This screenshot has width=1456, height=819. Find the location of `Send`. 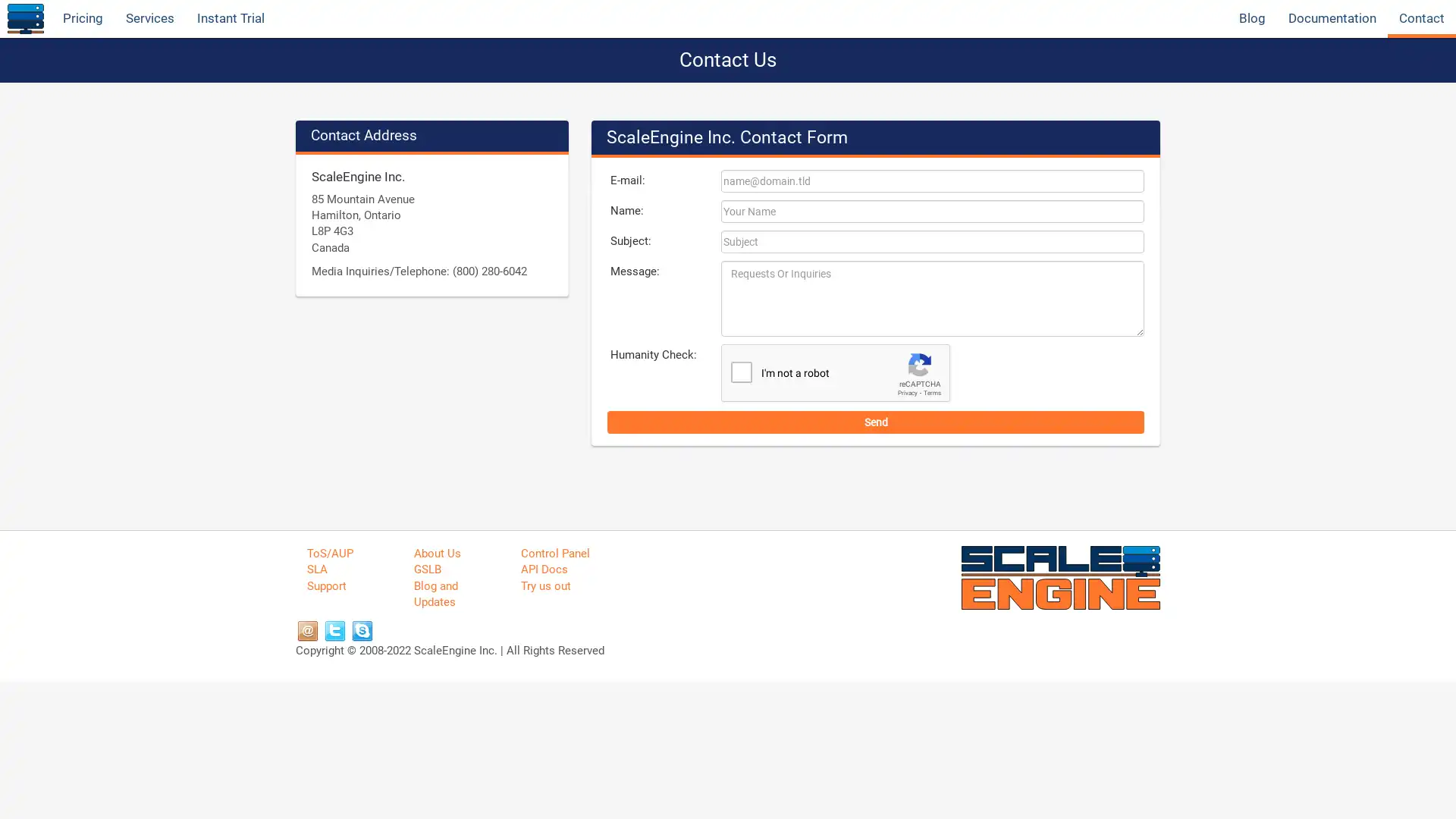

Send is located at coordinates (876, 421).